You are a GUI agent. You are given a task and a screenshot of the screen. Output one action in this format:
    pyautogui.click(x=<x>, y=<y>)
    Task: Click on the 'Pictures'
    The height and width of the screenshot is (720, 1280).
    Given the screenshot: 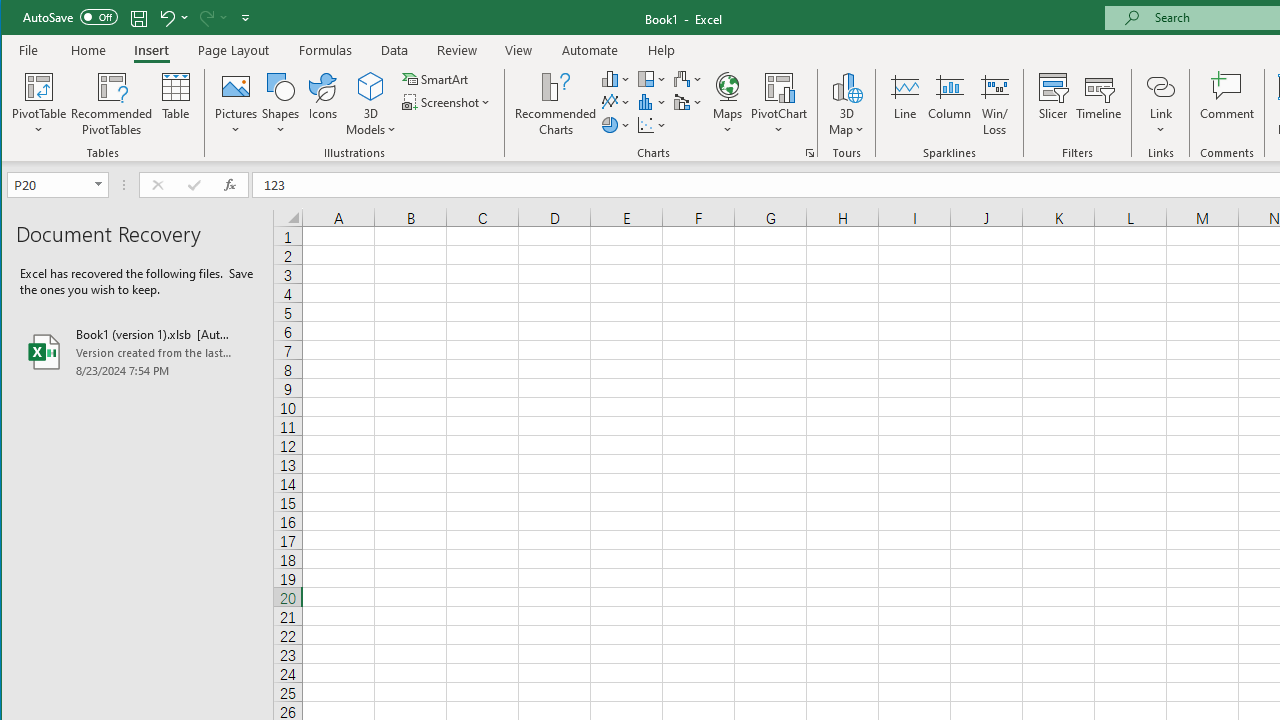 What is the action you would take?
    pyautogui.click(x=236, y=104)
    